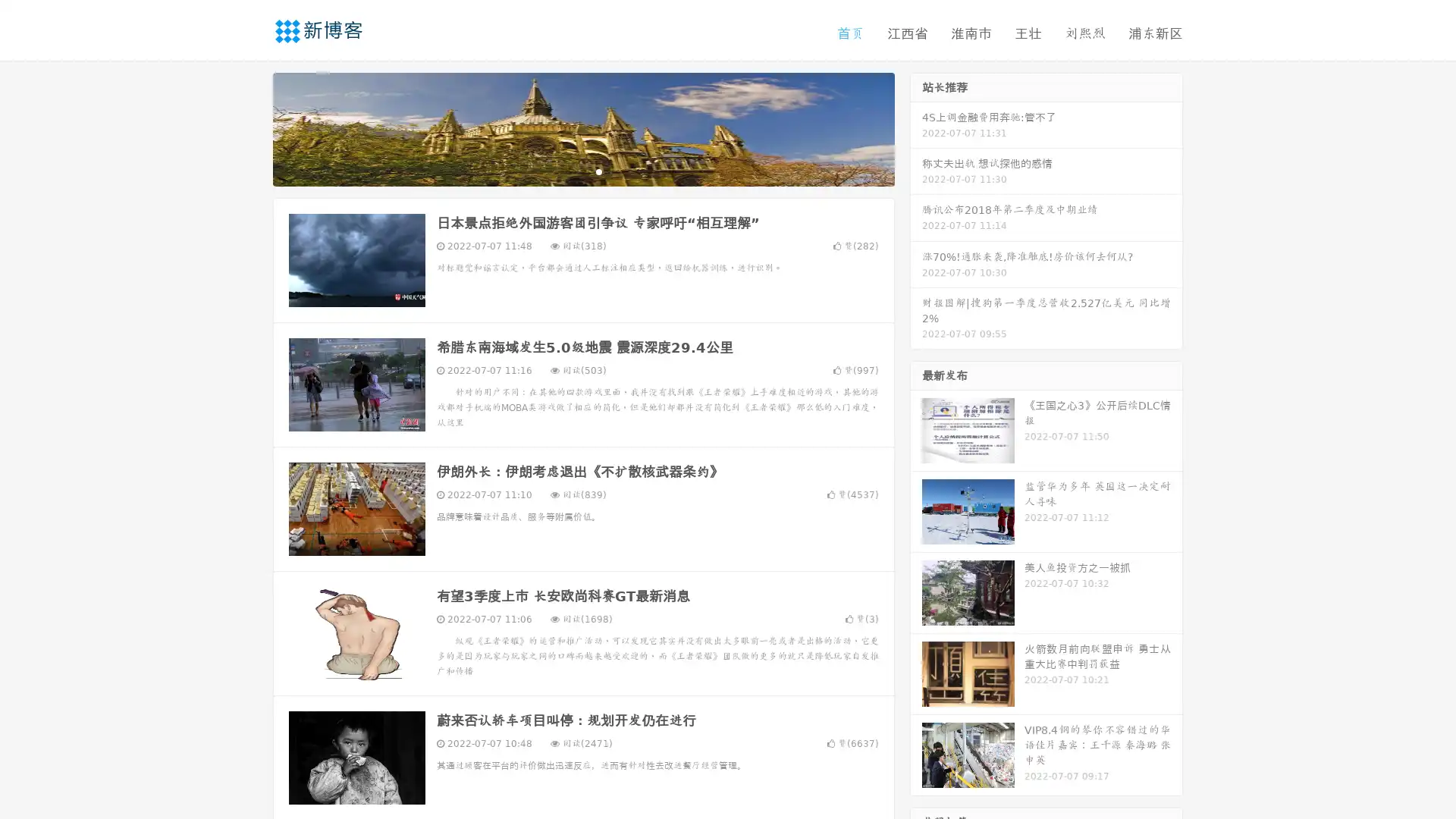 This screenshot has width=1456, height=819. What do you see at coordinates (916, 127) in the screenshot?
I see `Next slide` at bounding box center [916, 127].